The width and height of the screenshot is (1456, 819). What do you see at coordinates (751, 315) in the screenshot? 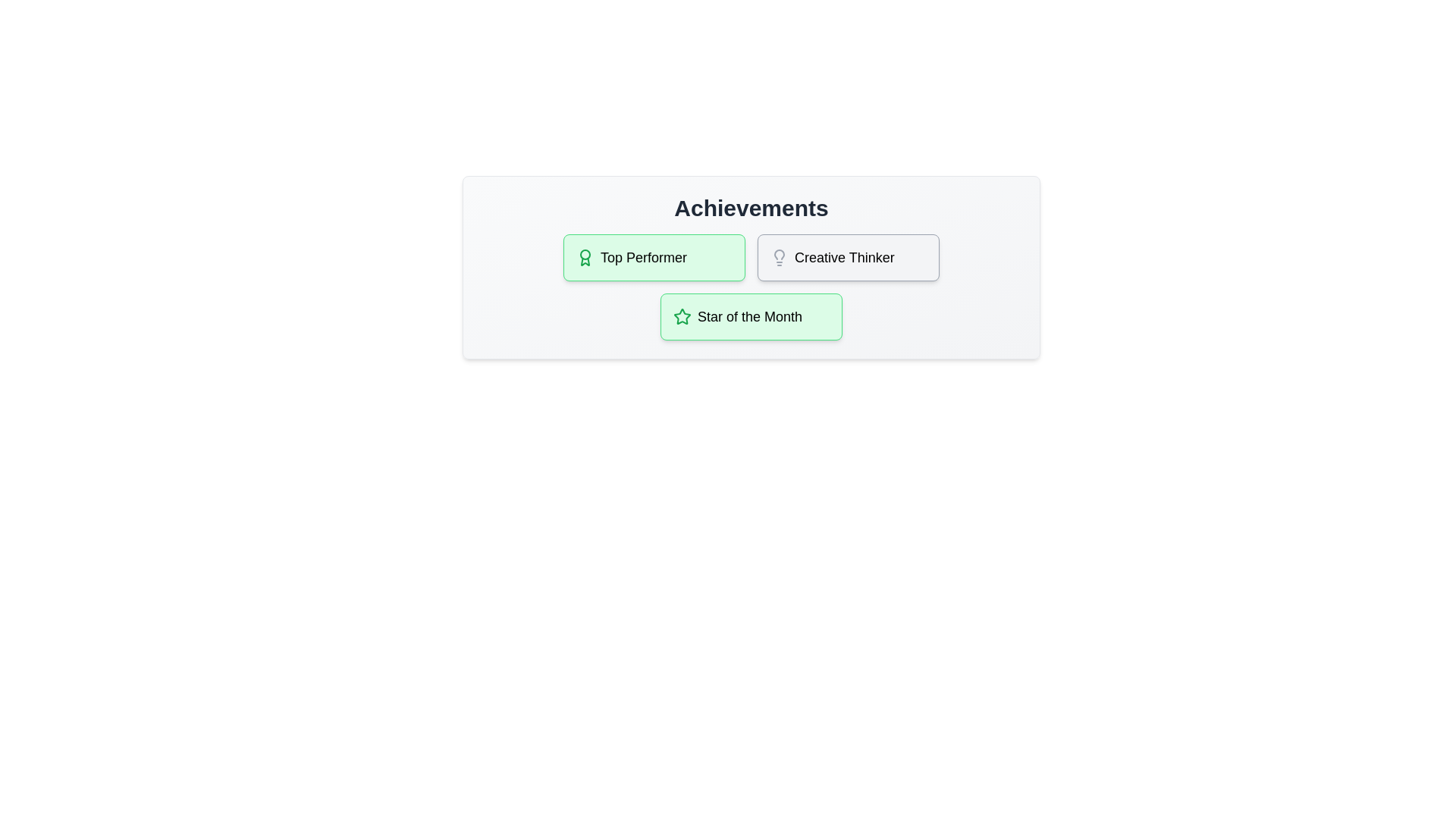
I see `the achievement Star of the Month to display its tooltip or effect` at bounding box center [751, 315].